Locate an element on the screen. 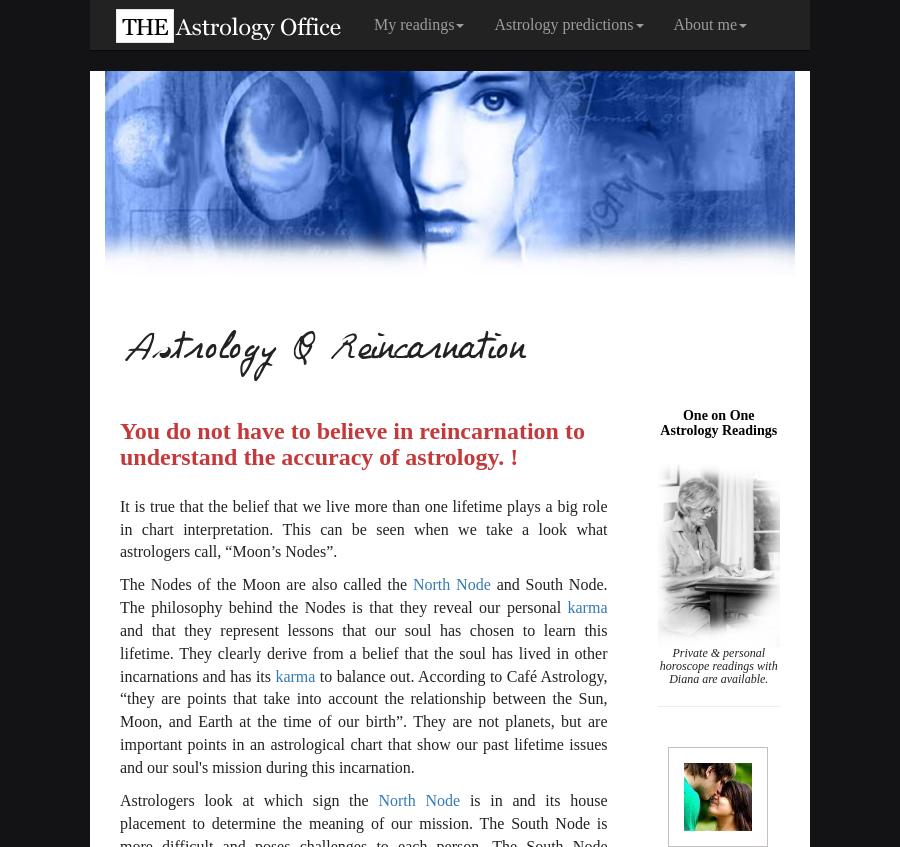  'Astrology & Reincarnation' is located at coordinates (323, 348).